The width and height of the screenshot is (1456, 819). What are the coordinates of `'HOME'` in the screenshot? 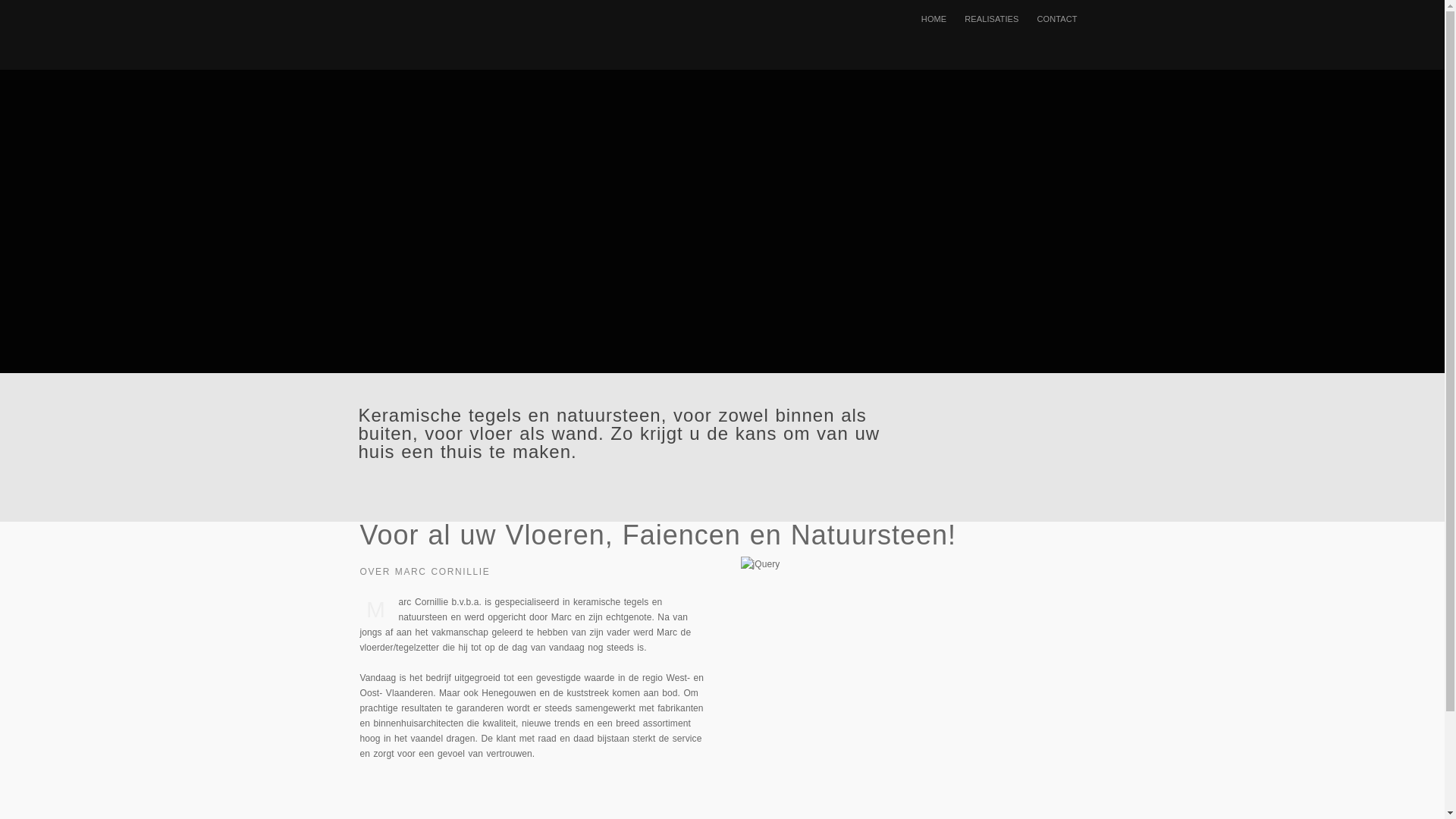 It's located at (933, 18).